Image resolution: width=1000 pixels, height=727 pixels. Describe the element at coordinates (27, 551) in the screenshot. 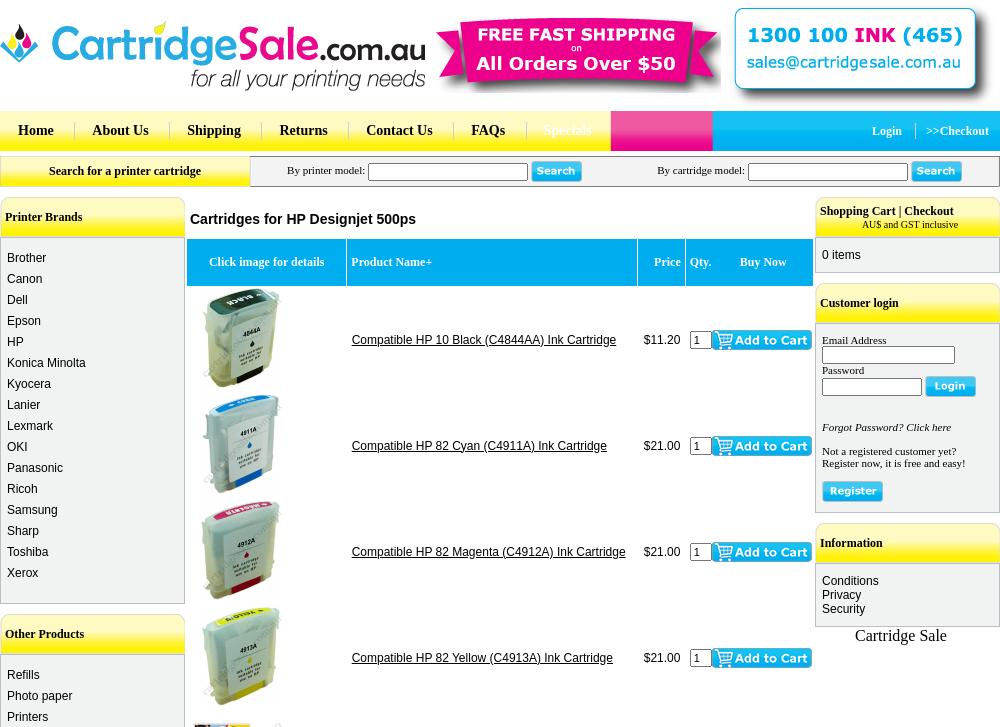

I see `'Toshiba'` at that location.